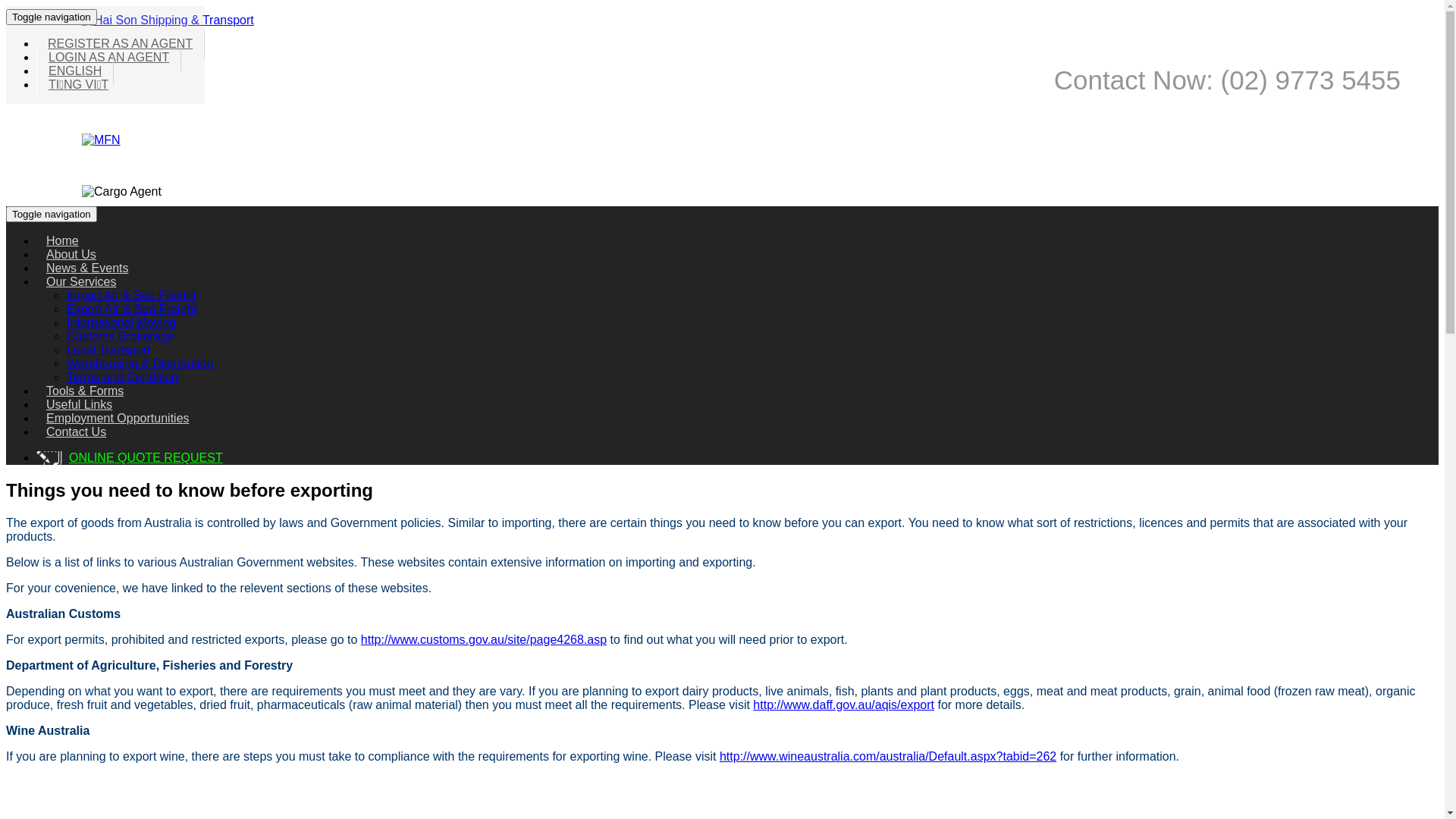  Describe the element at coordinates (65, 295) in the screenshot. I see `'Import Air & Sea Freight'` at that location.